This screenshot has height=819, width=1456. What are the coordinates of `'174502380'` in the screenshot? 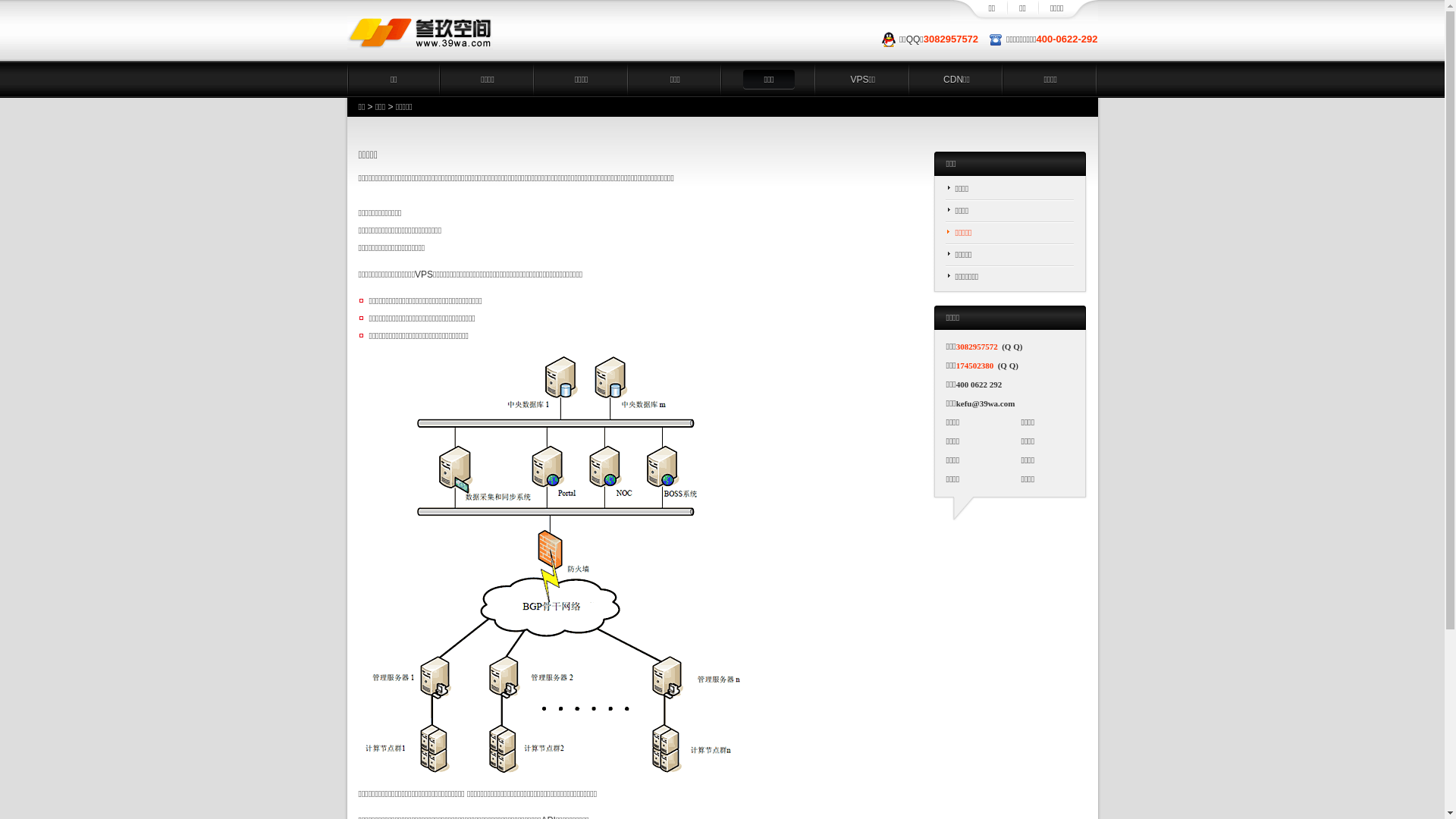 It's located at (975, 366).